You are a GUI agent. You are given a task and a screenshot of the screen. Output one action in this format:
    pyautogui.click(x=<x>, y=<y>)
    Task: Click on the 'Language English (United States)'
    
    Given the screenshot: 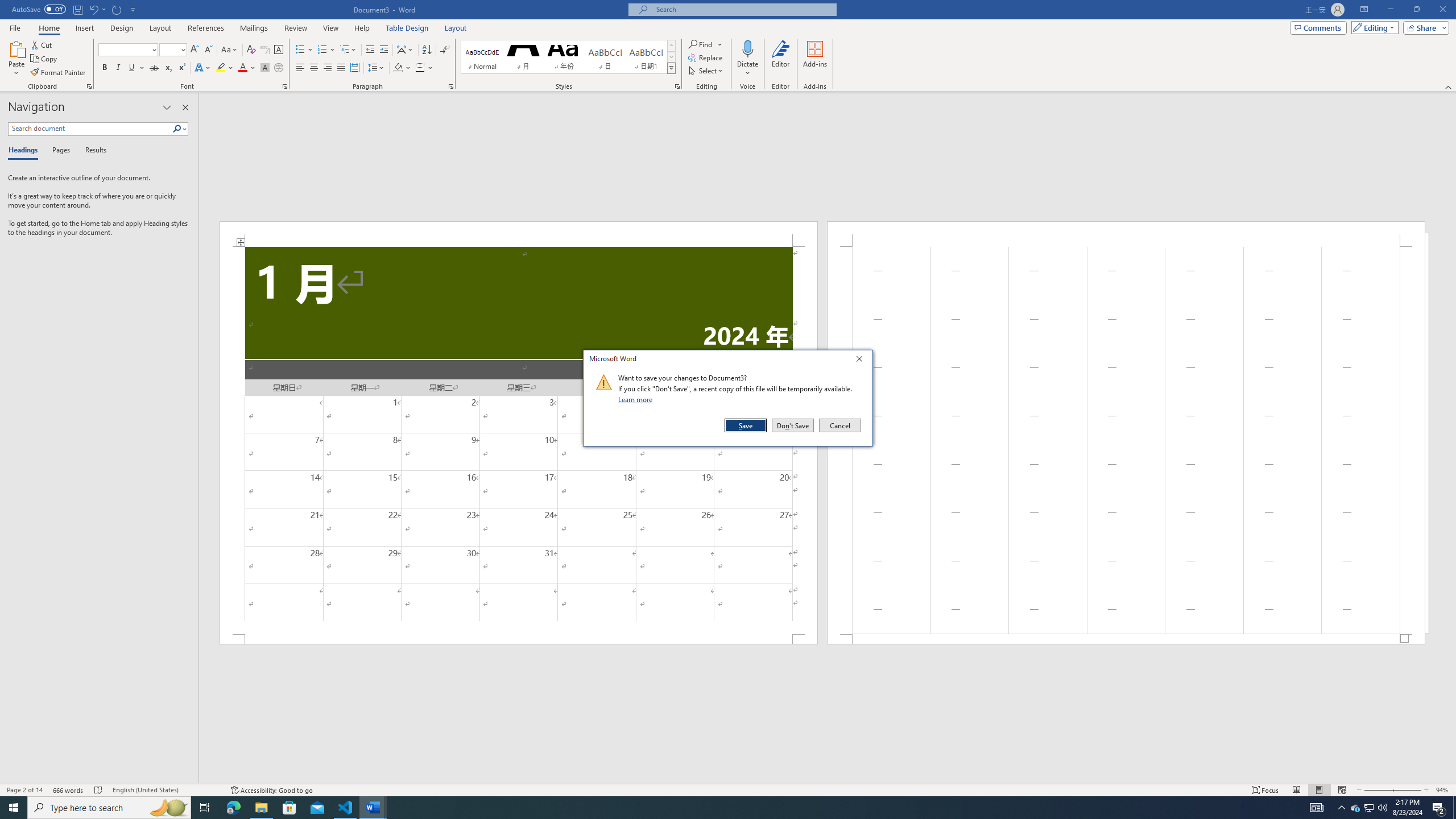 What is the action you would take?
    pyautogui.click(x=165, y=790)
    